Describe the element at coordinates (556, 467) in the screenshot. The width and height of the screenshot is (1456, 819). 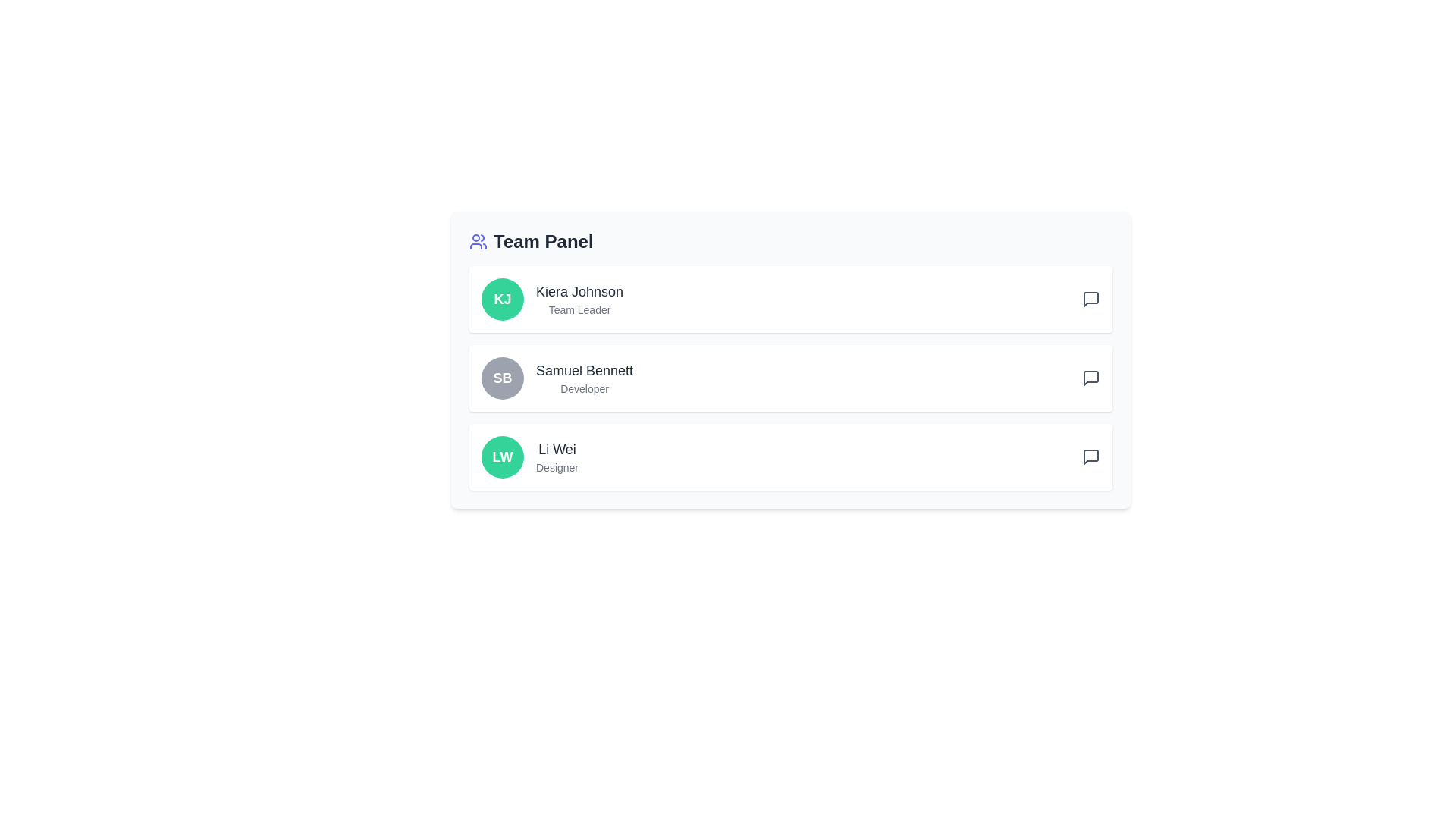
I see `the static text label displaying the word 'Designer', which is styled in gray and positioned below the name 'Li Wei' within the white card section` at that location.